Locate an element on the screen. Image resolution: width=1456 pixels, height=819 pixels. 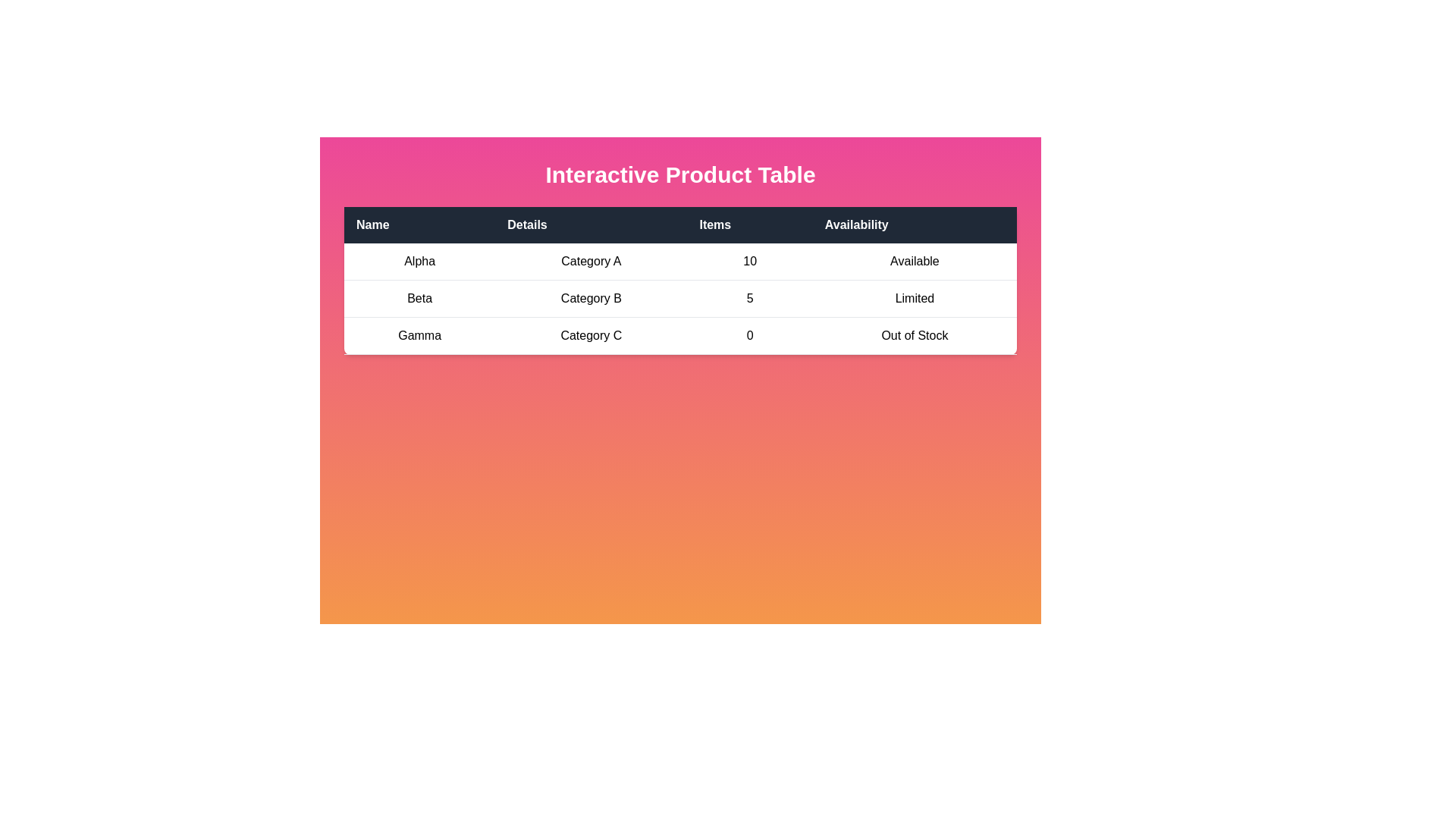
text content of the static label displaying 'Category A' located in the second column of the first data row in the table is located at coordinates (590, 261).